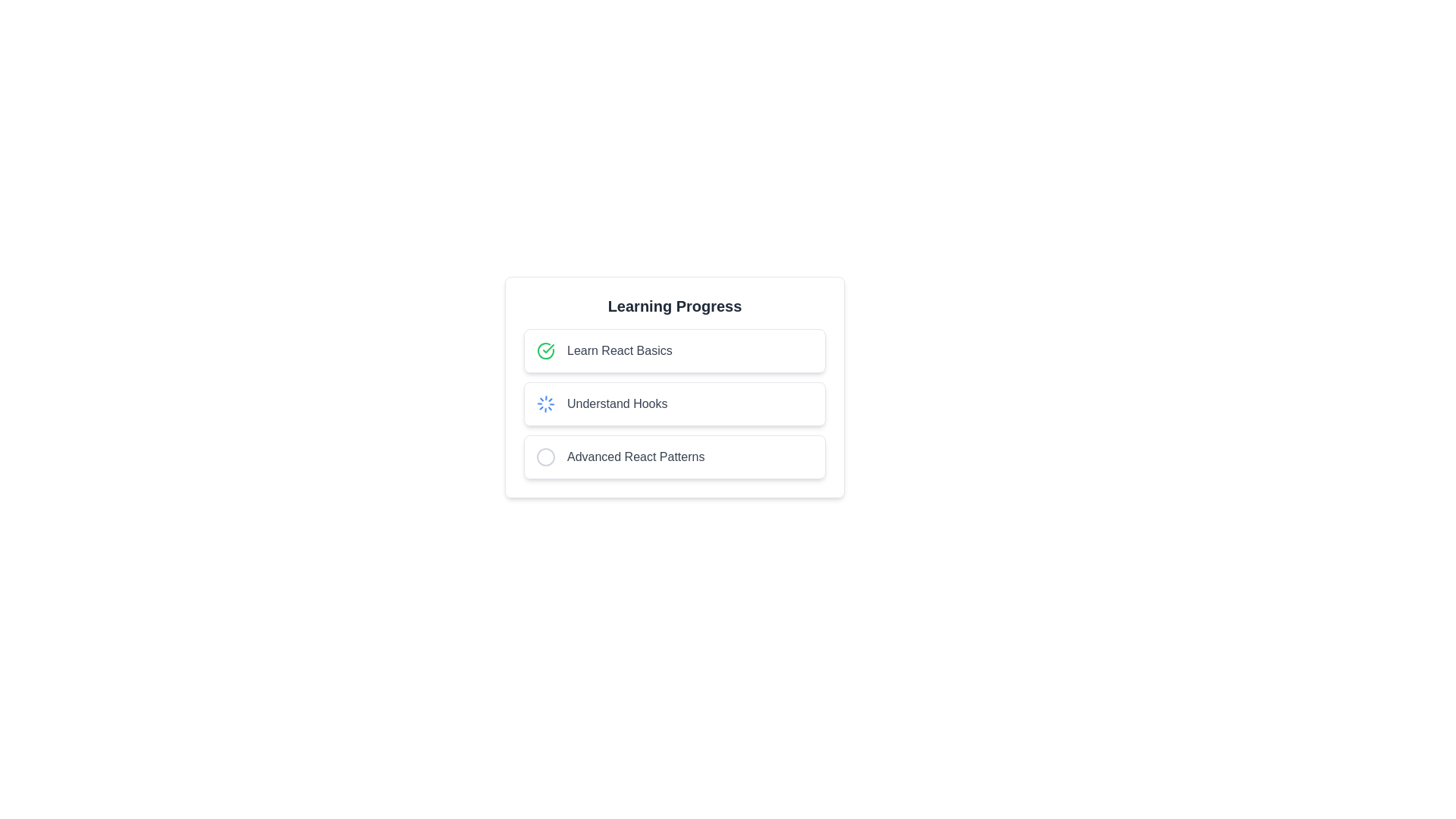 This screenshot has height=819, width=1456. What do you see at coordinates (673, 403) in the screenshot?
I see `an item within the progress tracker list located under the 'Learning Progress' heading` at bounding box center [673, 403].